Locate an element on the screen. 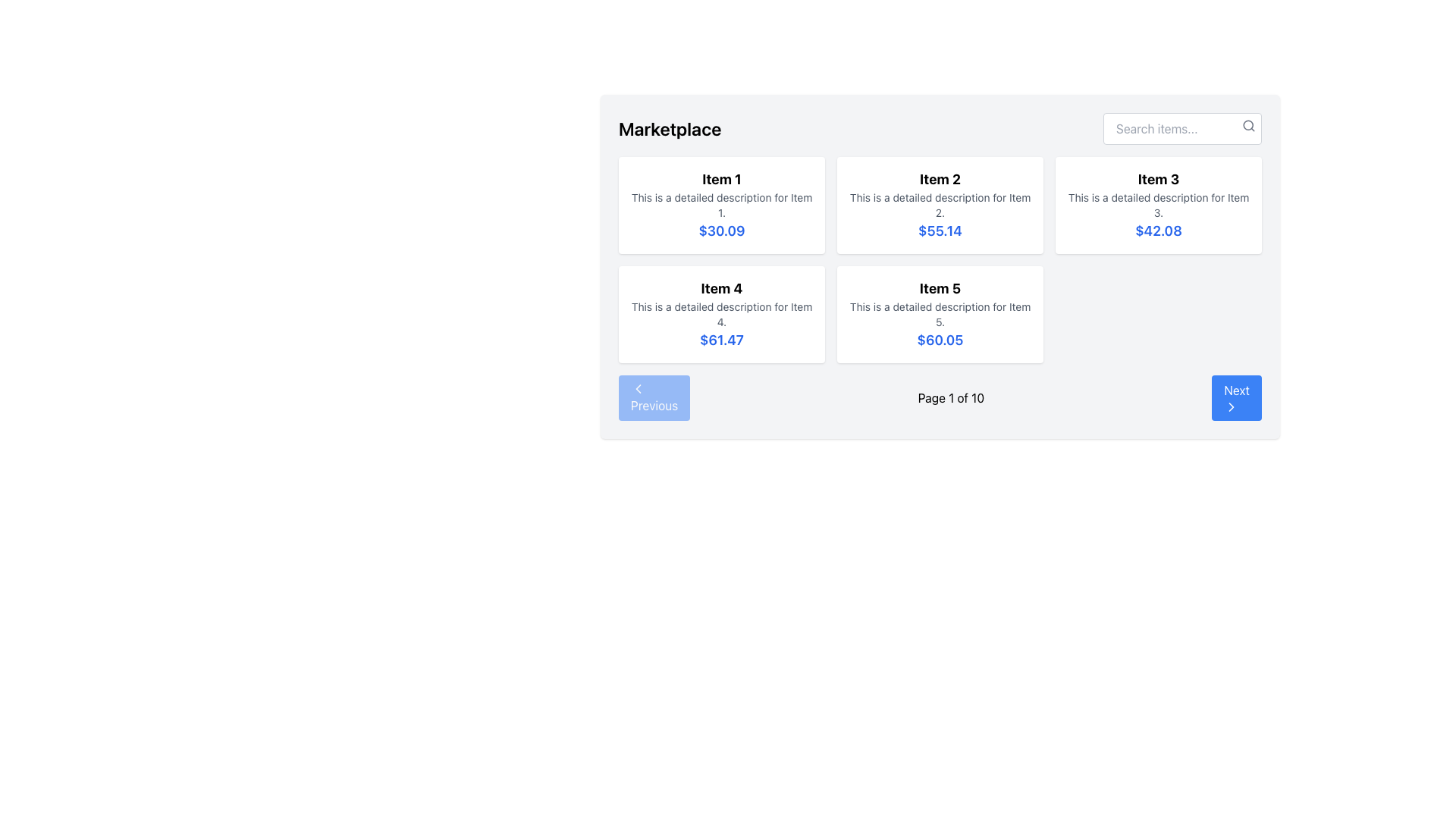  the price Text Label of the product listed under 'Item 5' in the top-right quadrant of the page is located at coordinates (939, 339).